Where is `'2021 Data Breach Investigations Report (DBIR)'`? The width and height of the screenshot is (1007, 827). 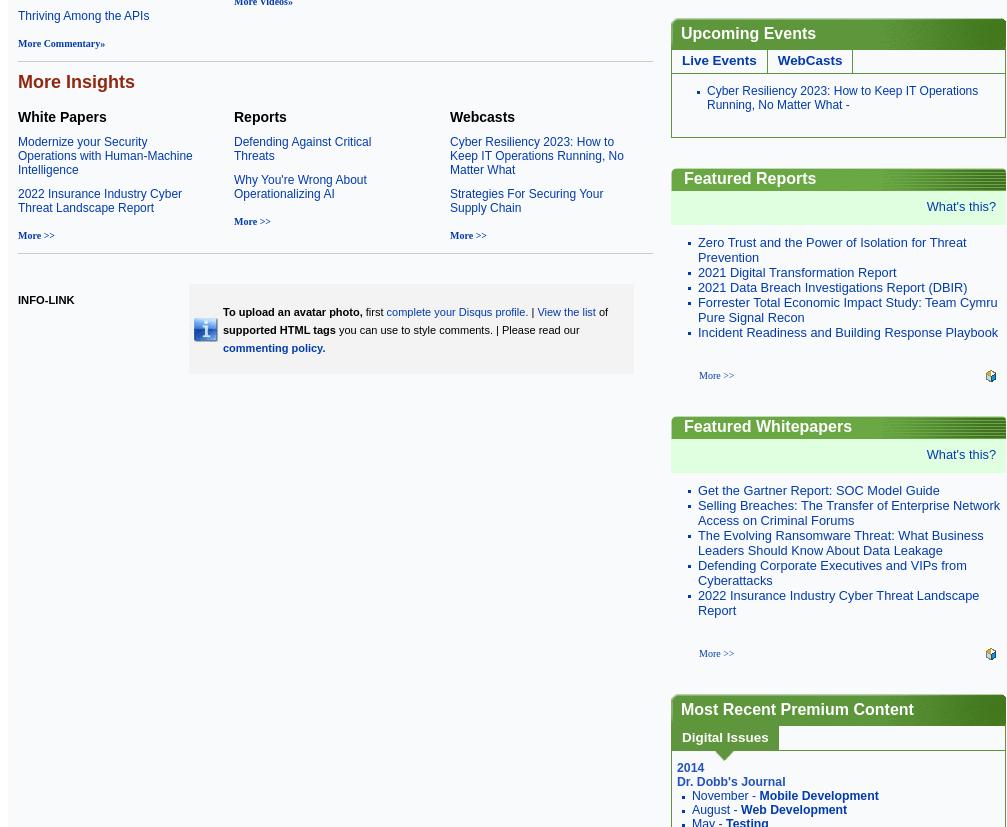
'2021 Data Breach Investigations Report (DBIR)' is located at coordinates (696, 286).